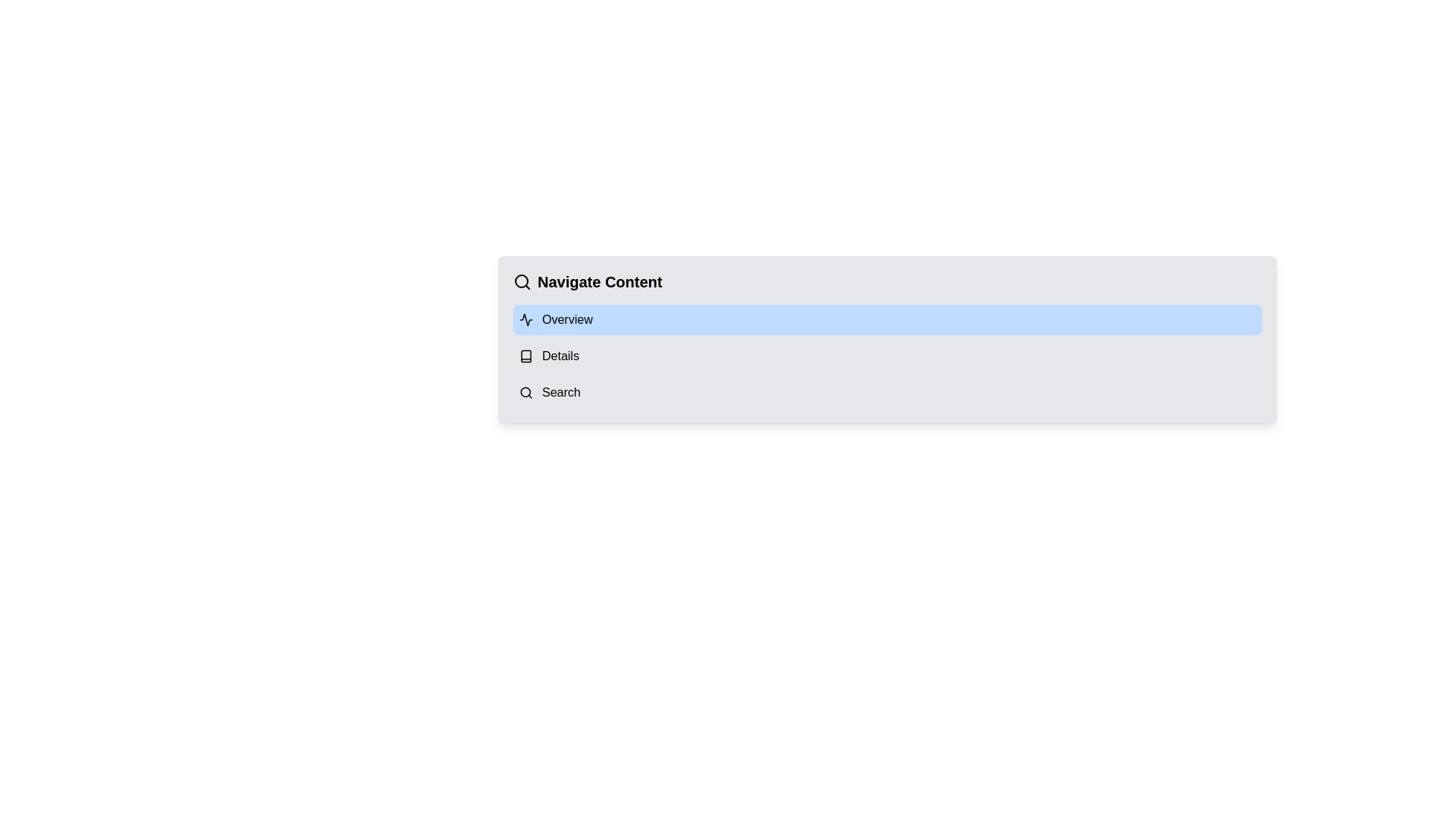 This screenshot has height=819, width=1456. I want to click on the 'Overview' icon located at the start of the navigation menu, positioned to the left of the text 'Overview', so click(526, 318).